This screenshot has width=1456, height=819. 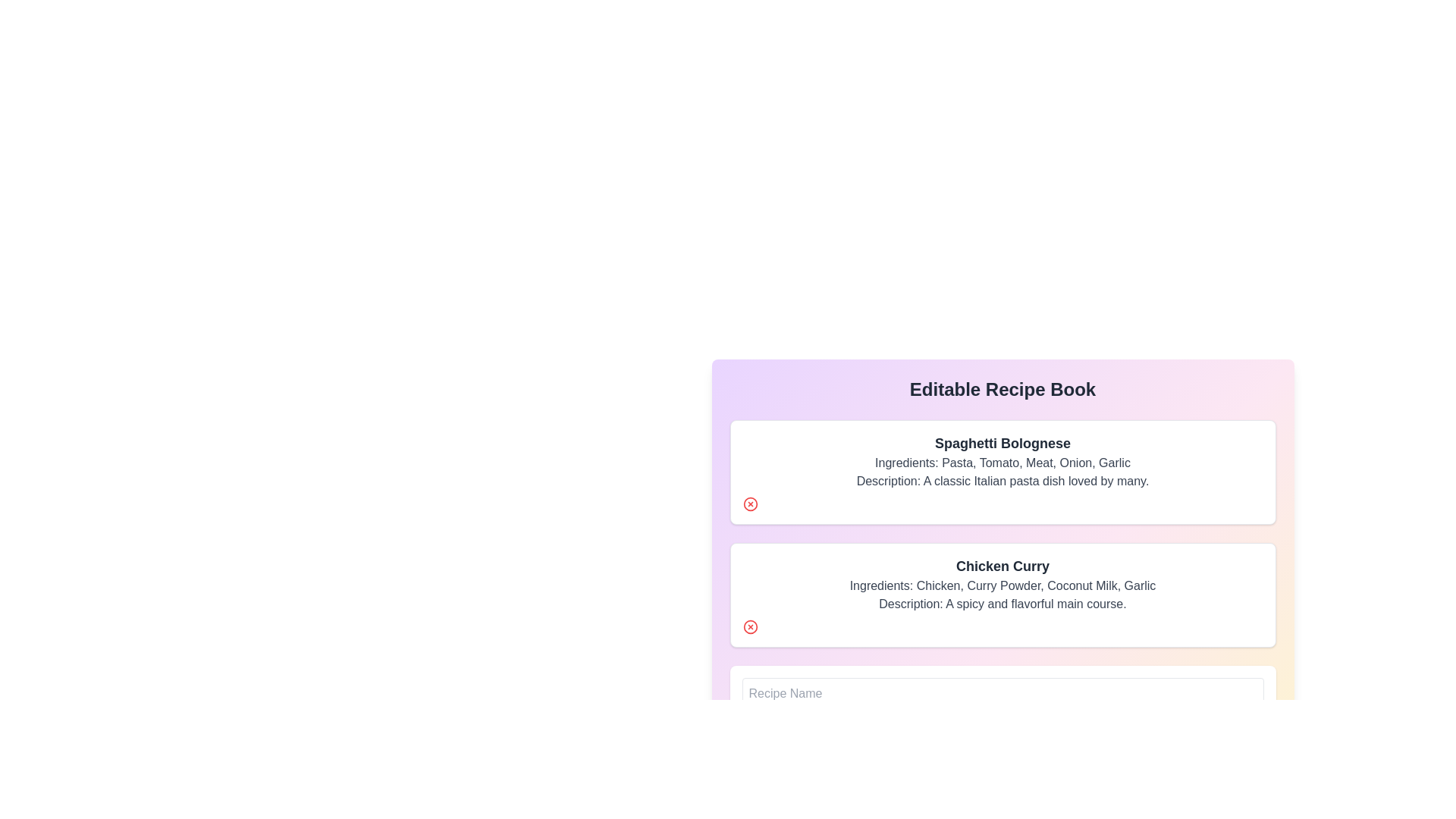 I want to click on title 'Spaghetti Bolognese' from the text label that is bold and larger than surrounding text, positioned above the ingredients list in the Editable Recipe Book, so click(x=1003, y=444).